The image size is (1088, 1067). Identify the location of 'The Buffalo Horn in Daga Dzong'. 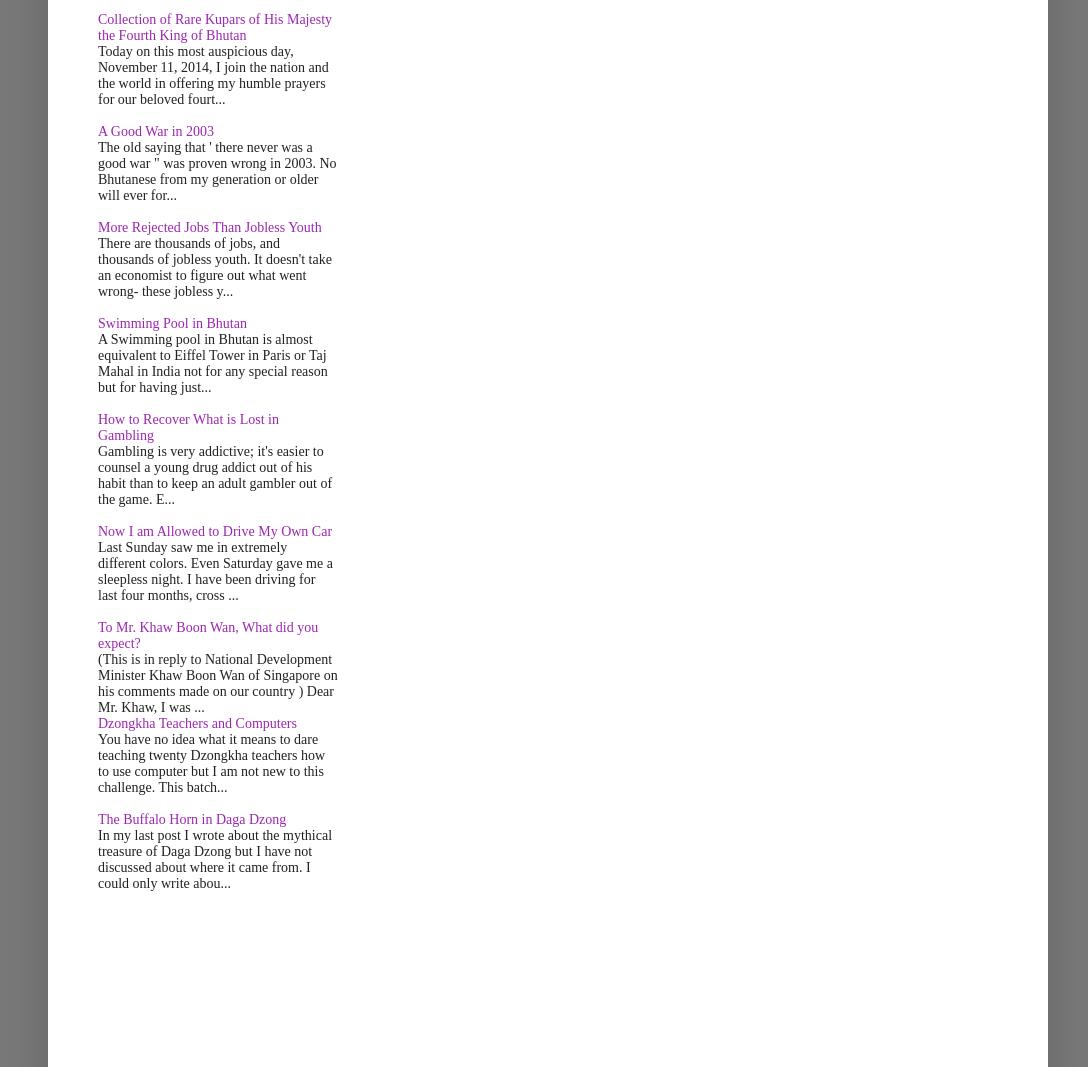
(191, 818).